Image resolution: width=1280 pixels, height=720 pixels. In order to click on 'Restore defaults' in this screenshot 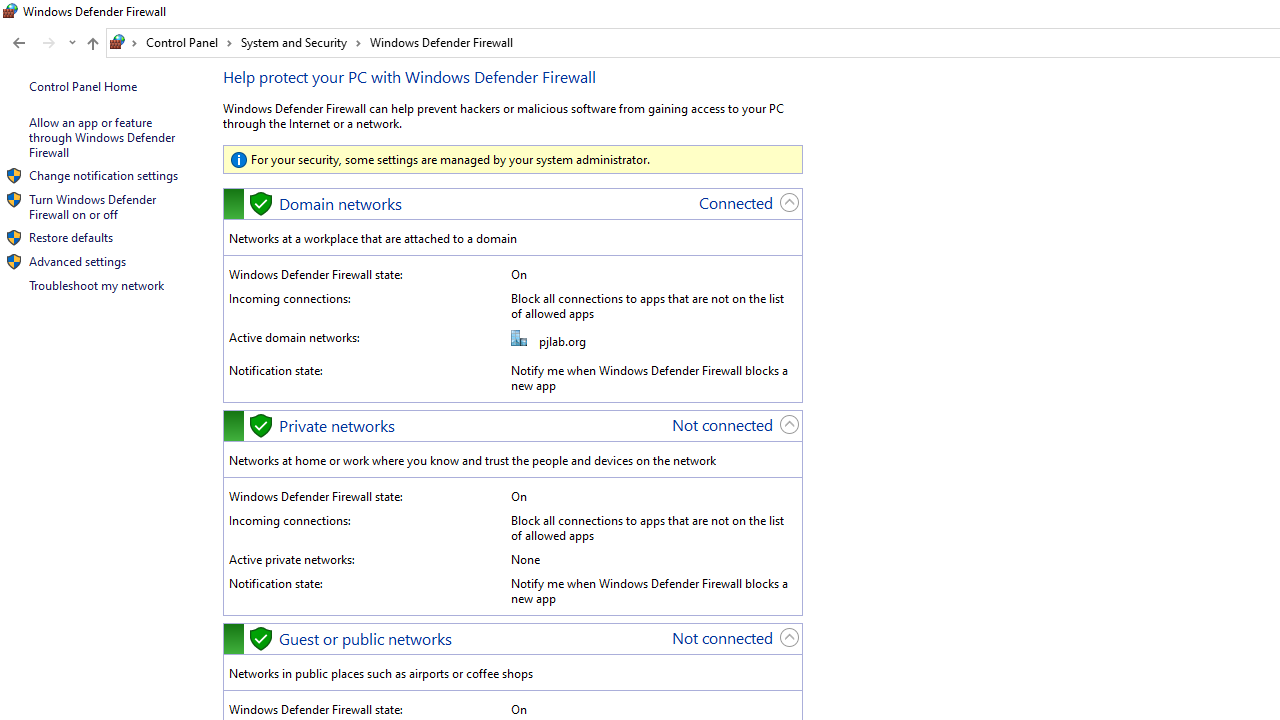, I will do `click(71, 236)`.